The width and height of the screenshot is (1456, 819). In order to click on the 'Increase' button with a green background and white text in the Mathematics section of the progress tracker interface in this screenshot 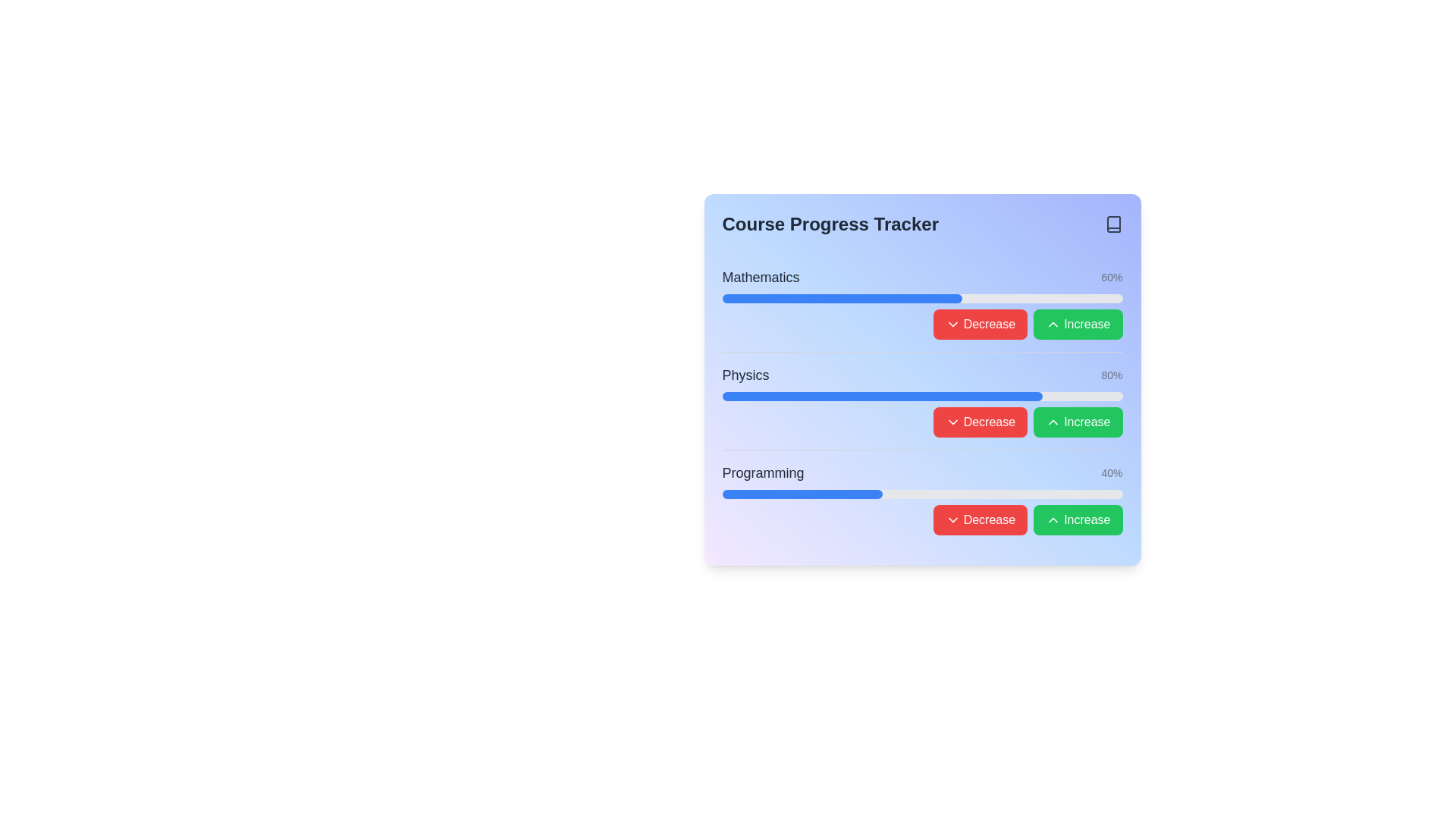, I will do `click(1077, 324)`.